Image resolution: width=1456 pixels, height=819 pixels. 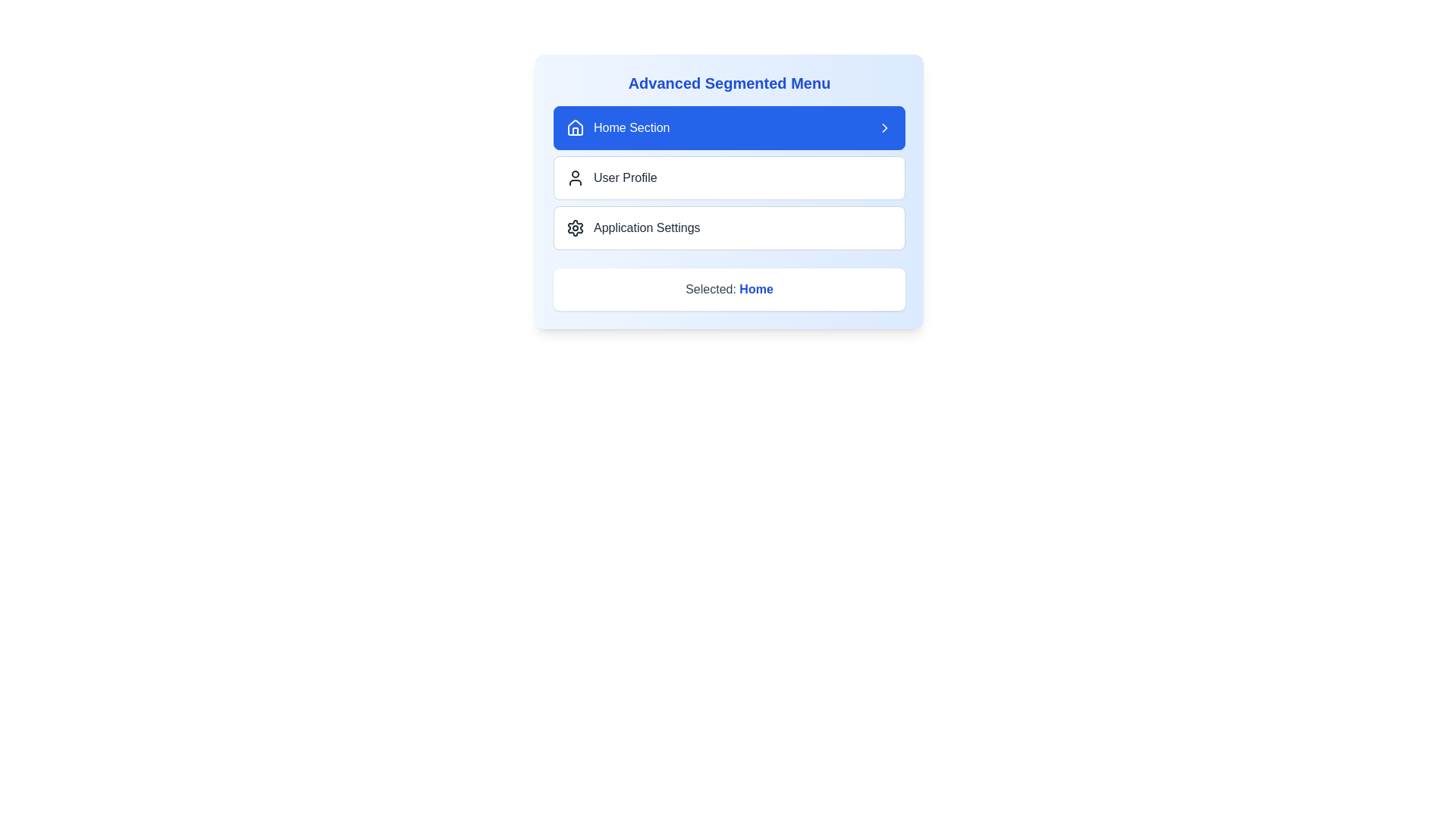 I want to click on the 'User Profile' menu item, which is the second item in the vertical list, so click(x=611, y=177).